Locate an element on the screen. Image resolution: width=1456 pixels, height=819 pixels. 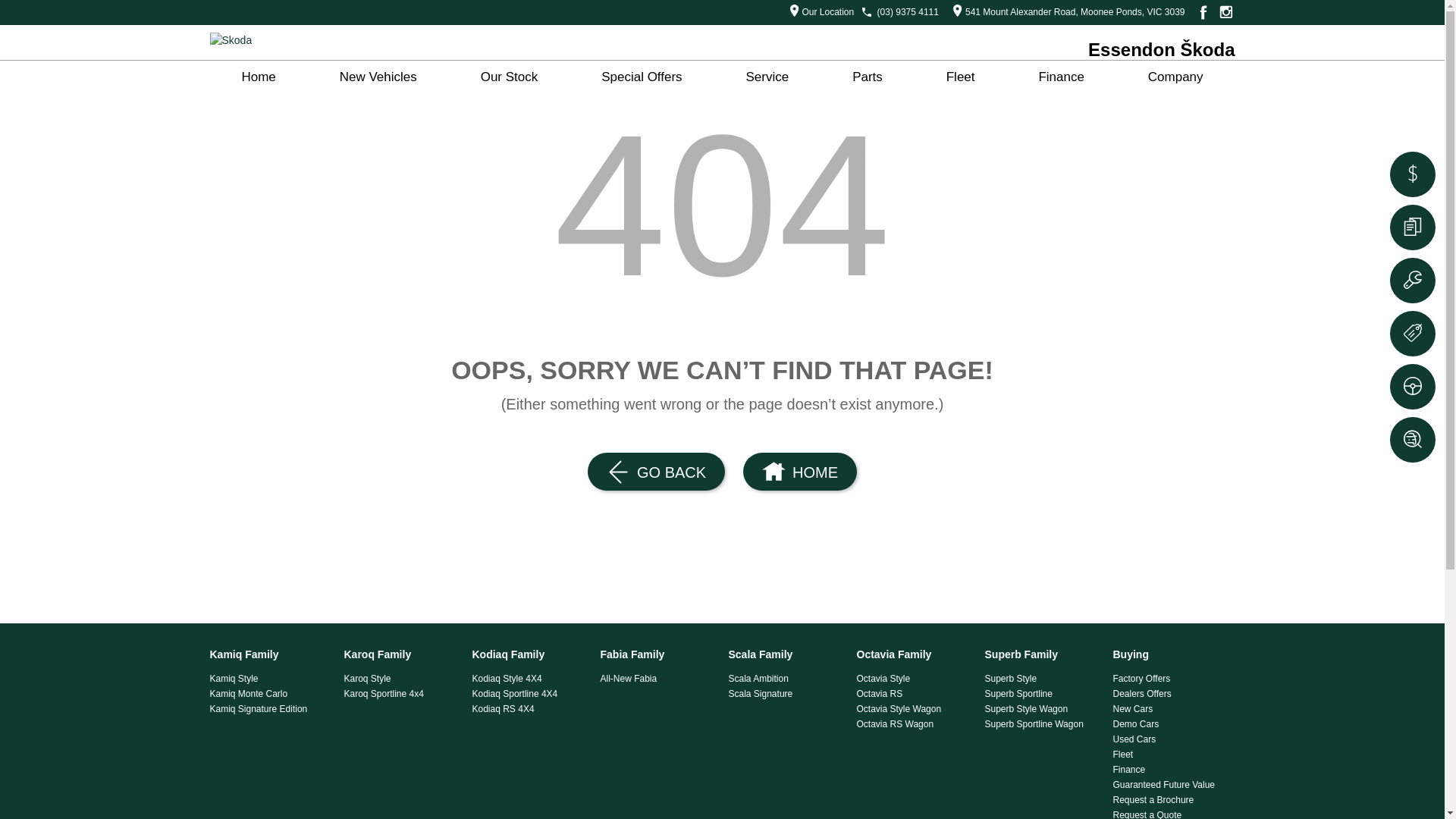
'Scala Signature' is located at coordinates (786, 693).